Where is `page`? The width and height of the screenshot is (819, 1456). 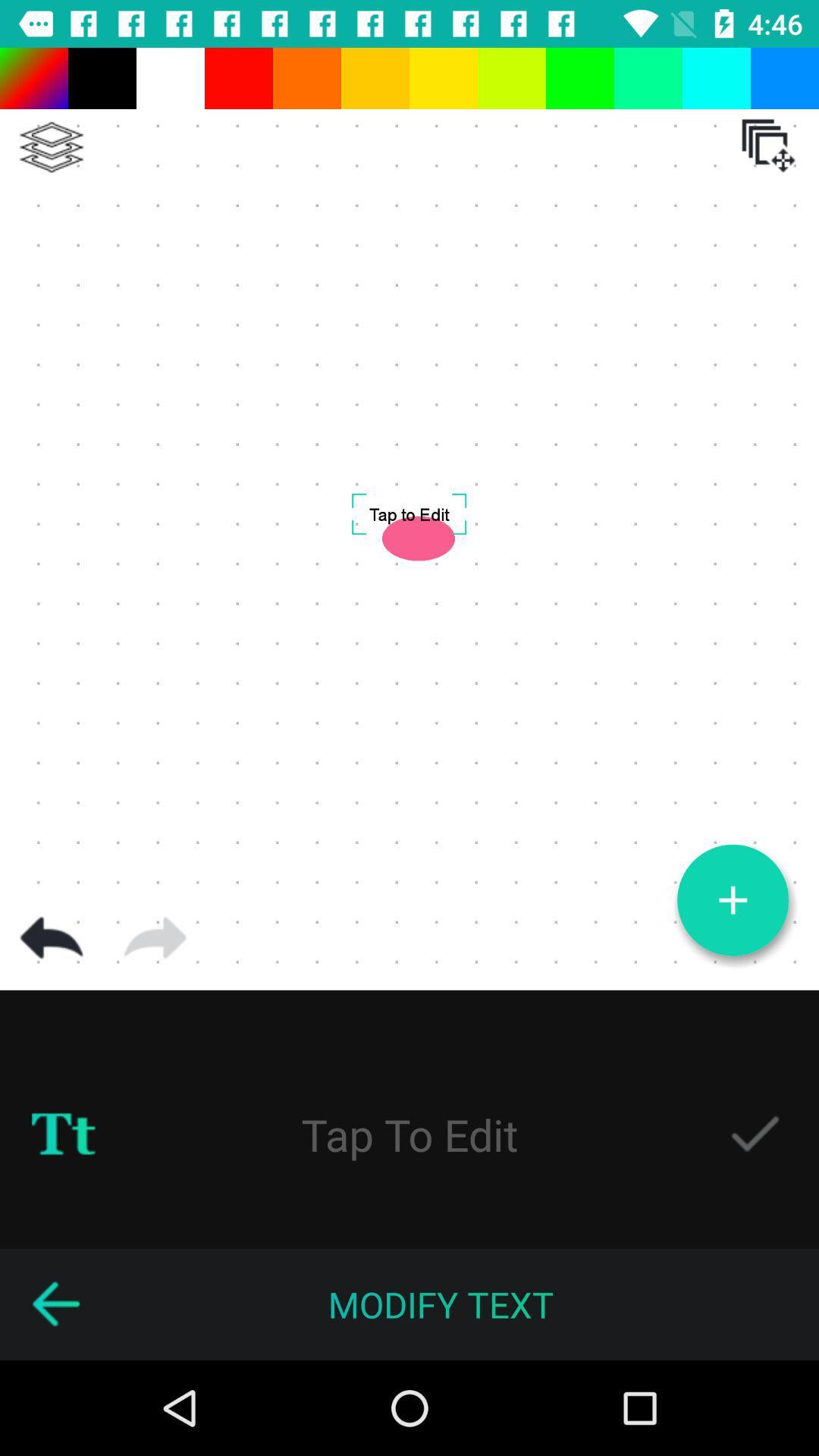 page is located at coordinates (732, 900).